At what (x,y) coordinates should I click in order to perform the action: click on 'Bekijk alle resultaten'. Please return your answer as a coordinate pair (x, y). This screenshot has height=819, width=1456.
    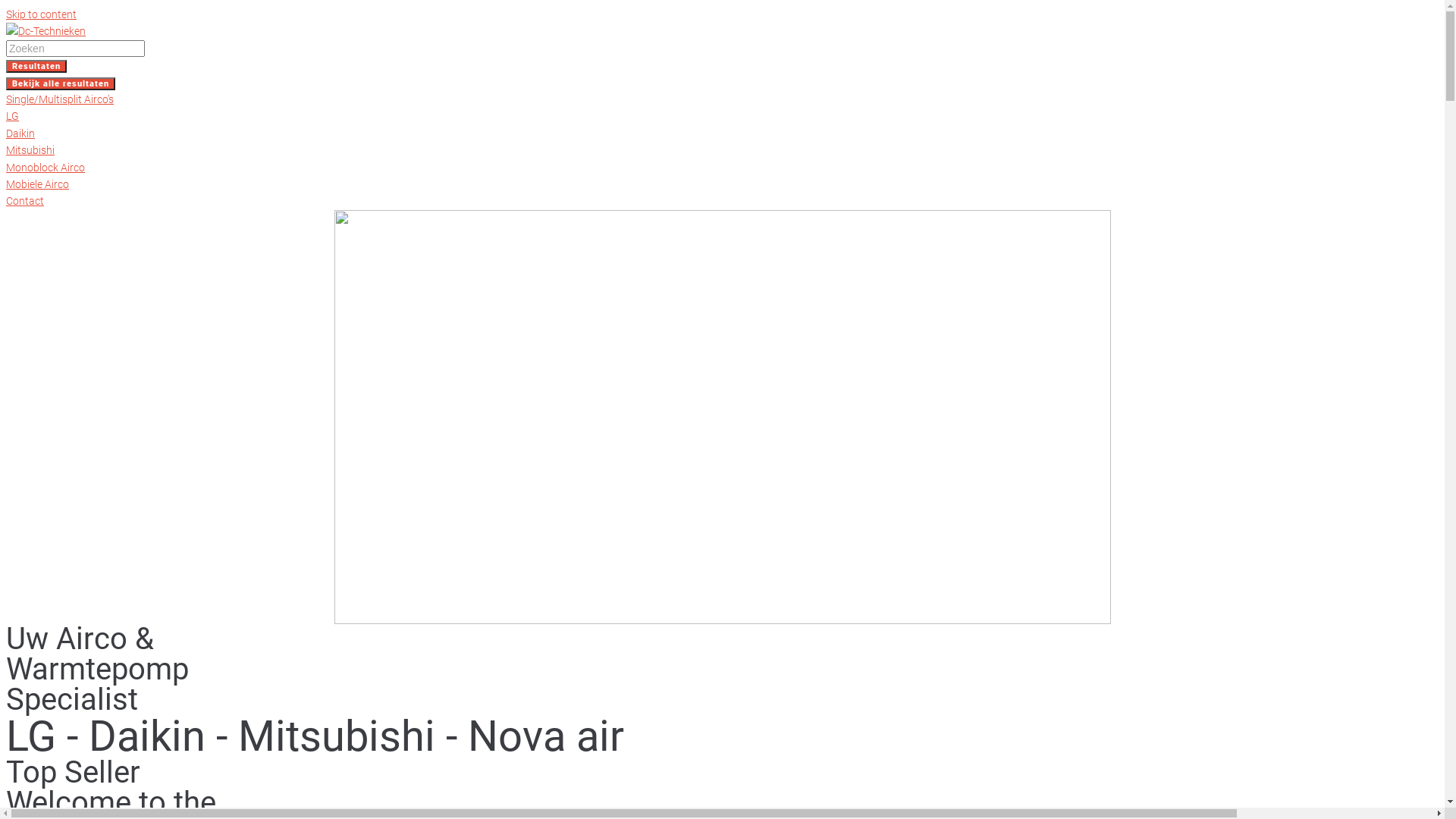
    Looking at the image, I should click on (61, 83).